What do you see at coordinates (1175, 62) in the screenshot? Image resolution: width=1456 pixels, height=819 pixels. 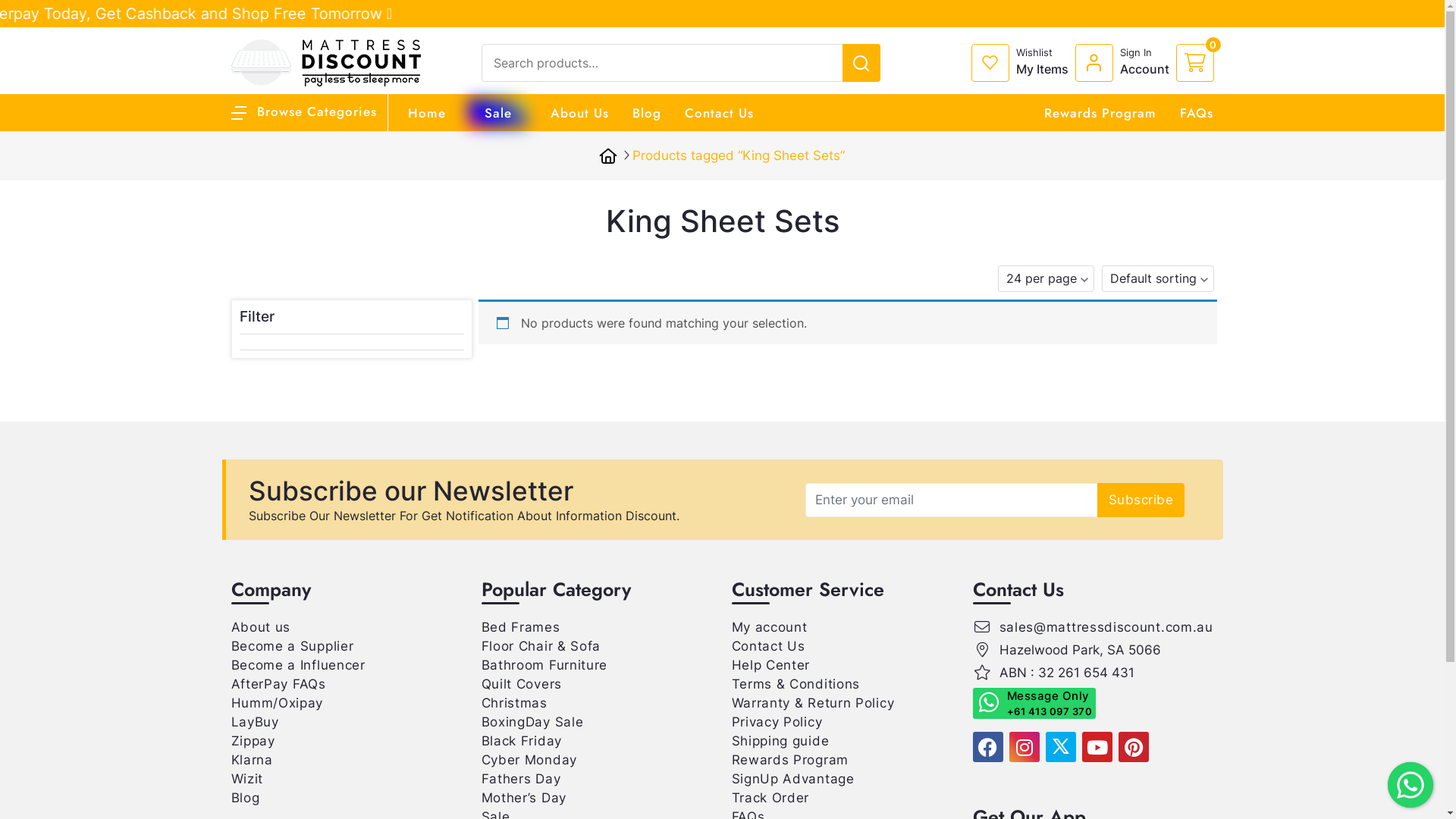 I see `'0'` at bounding box center [1175, 62].